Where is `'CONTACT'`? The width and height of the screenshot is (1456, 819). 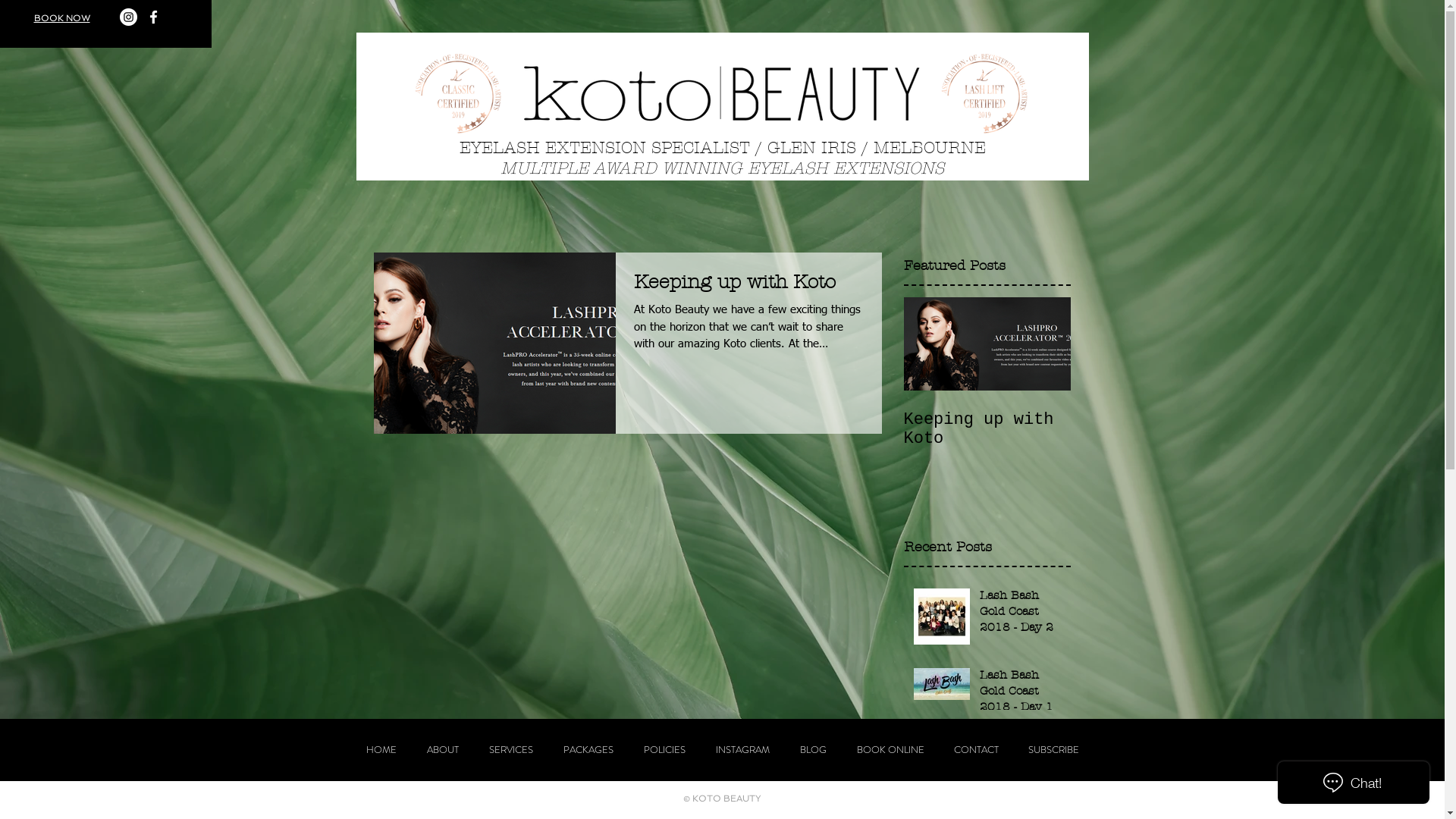 'CONTACT' is located at coordinates (975, 748).